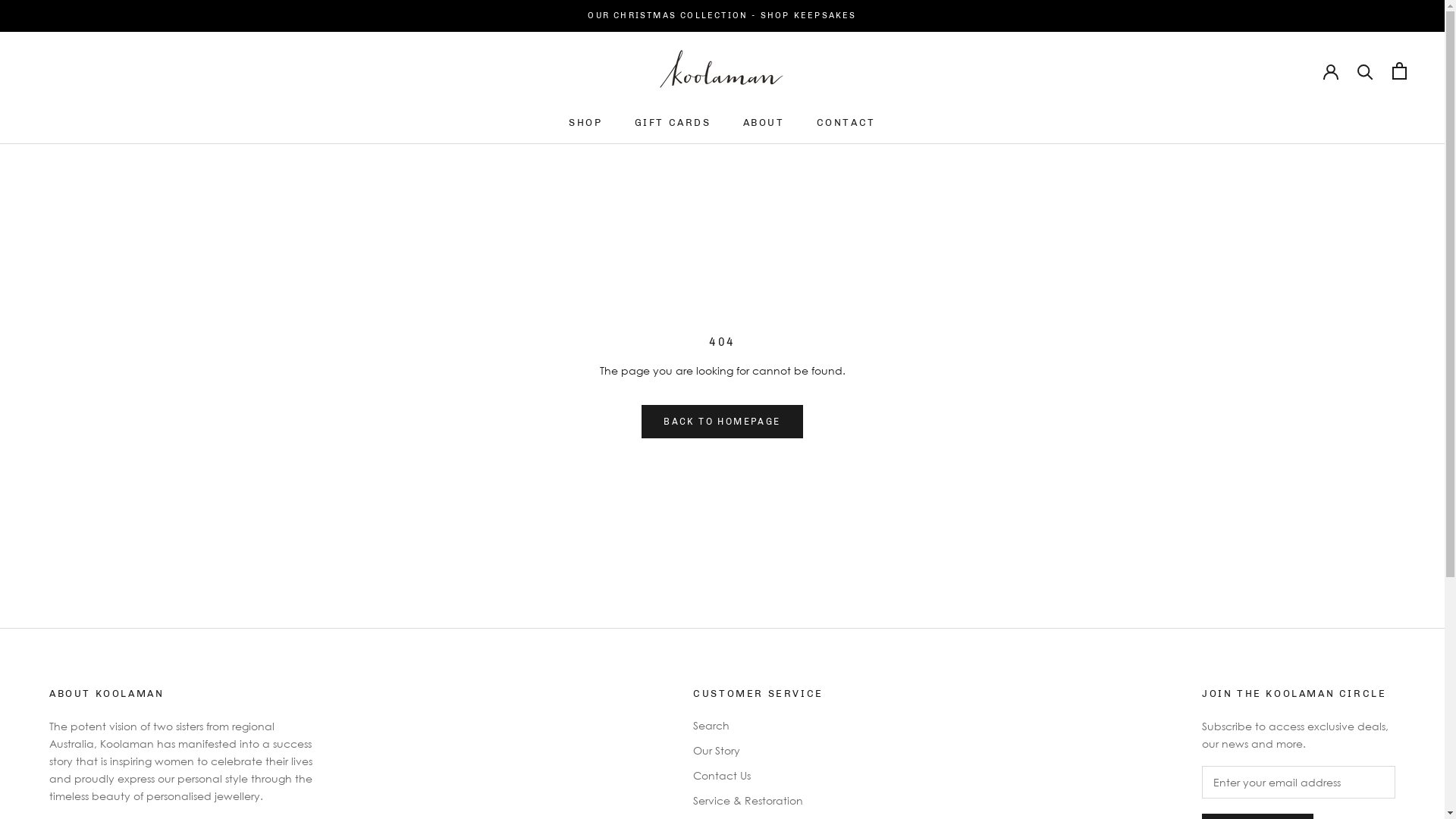 The height and width of the screenshot is (819, 1456). What do you see at coordinates (720, 421) in the screenshot?
I see `'BACK TO HOMEPAGE'` at bounding box center [720, 421].